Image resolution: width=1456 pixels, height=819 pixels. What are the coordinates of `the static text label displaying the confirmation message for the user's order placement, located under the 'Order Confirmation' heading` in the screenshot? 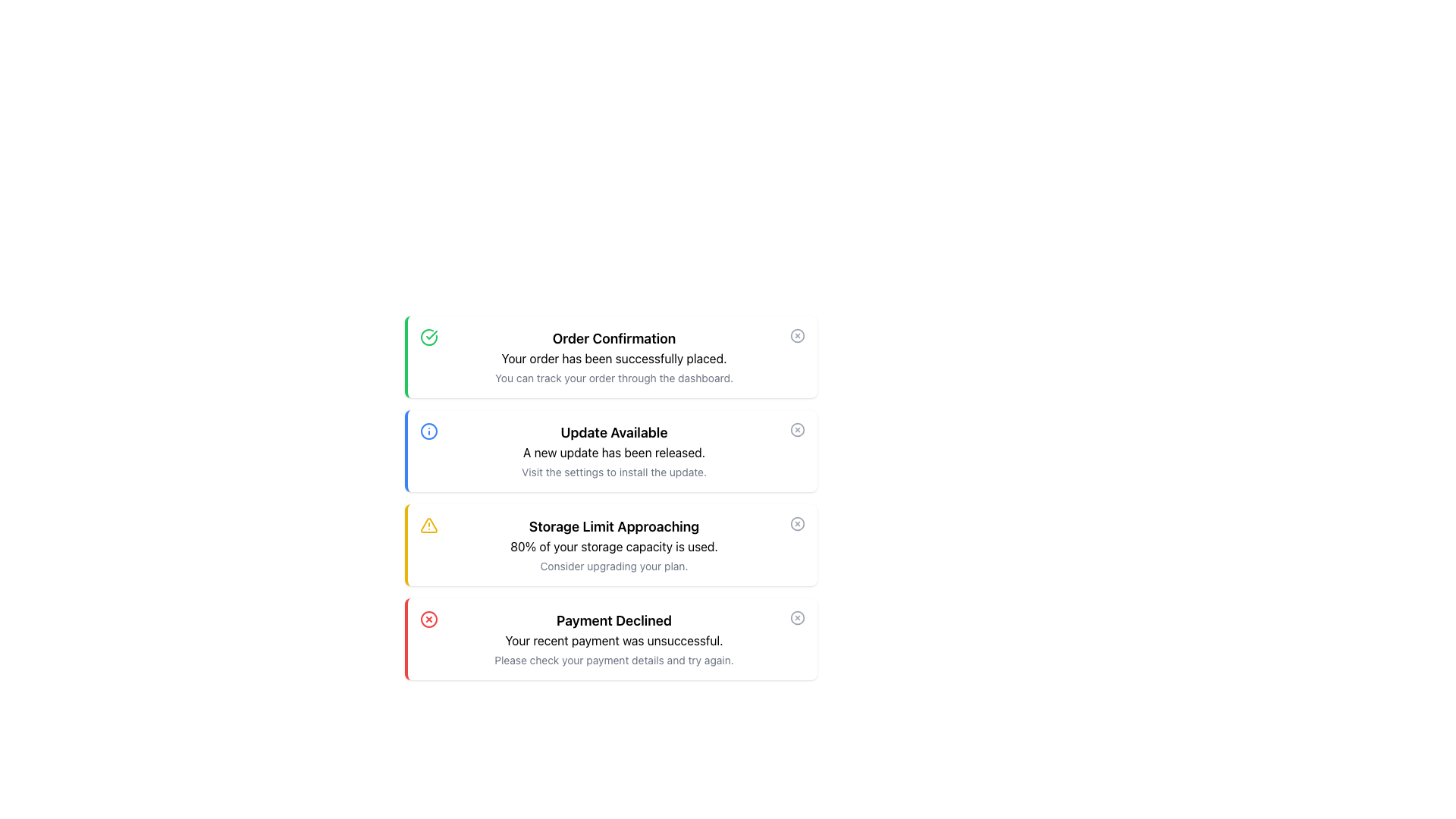 It's located at (614, 359).